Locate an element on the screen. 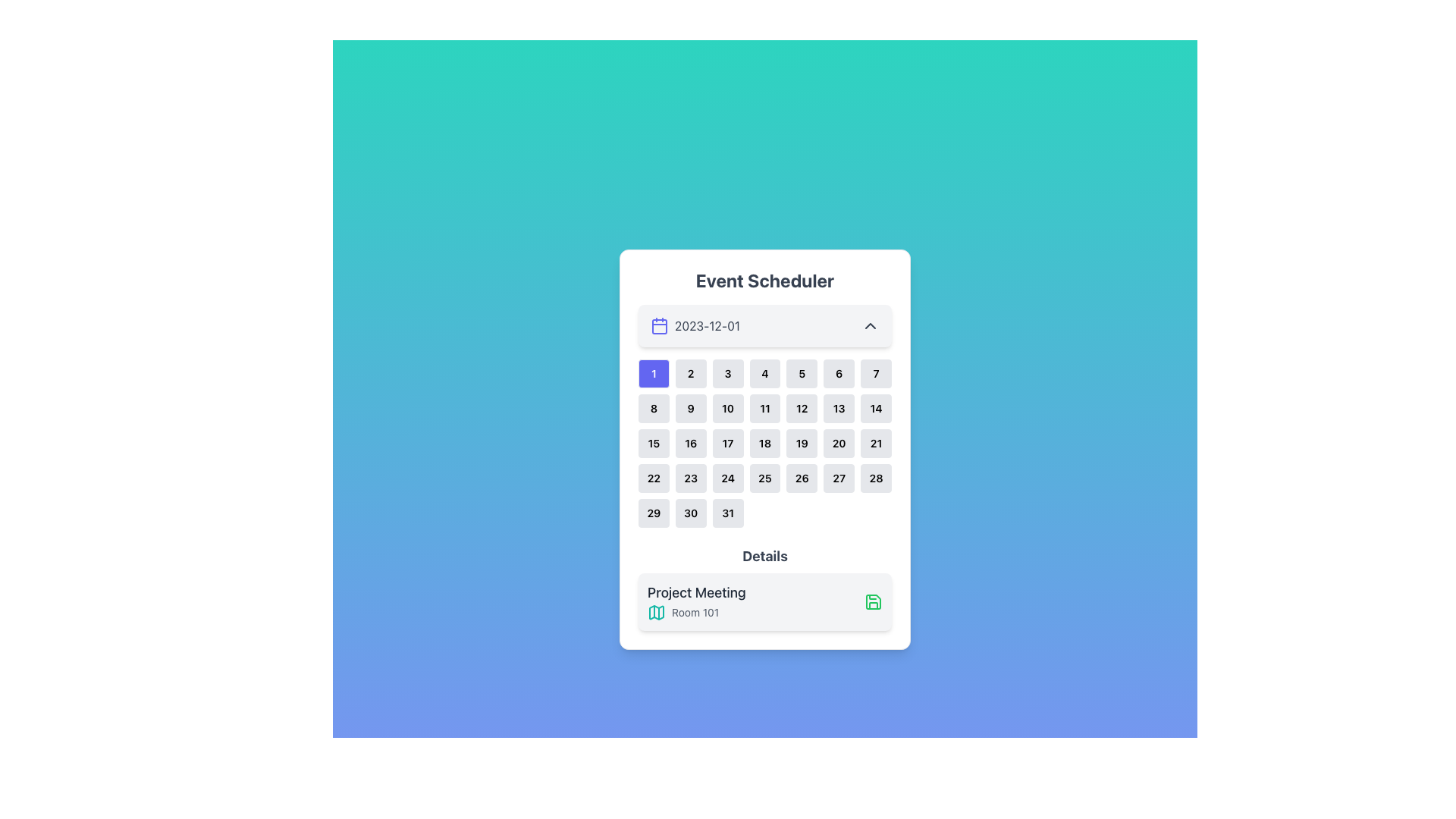 The height and width of the screenshot is (819, 1456). the map icon associated with the room location below the 'Project Meeting' text is located at coordinates (695, 611).